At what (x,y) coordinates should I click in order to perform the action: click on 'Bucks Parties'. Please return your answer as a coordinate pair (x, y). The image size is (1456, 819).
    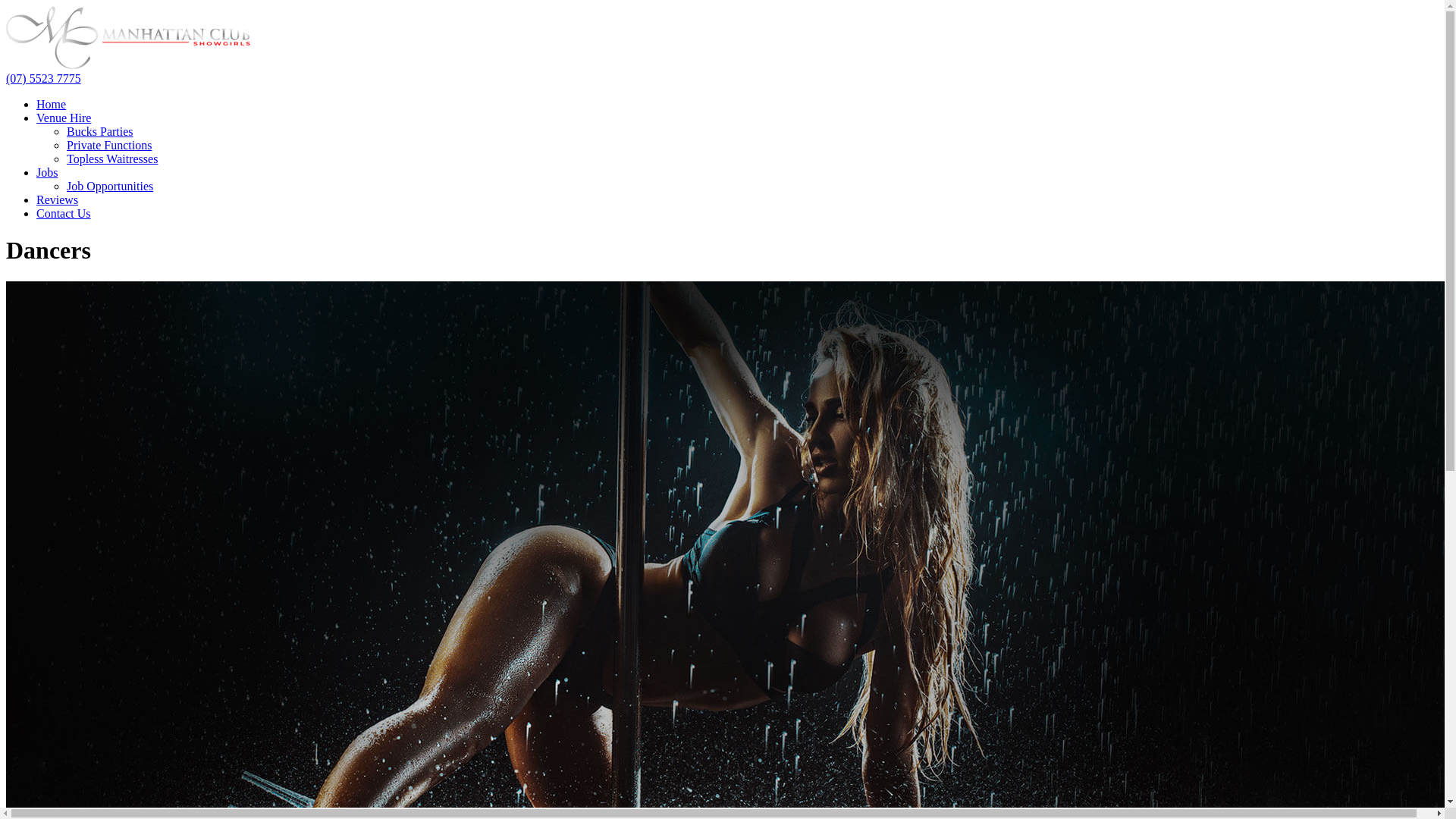
    Looking at the image, I should click on (99, 130).